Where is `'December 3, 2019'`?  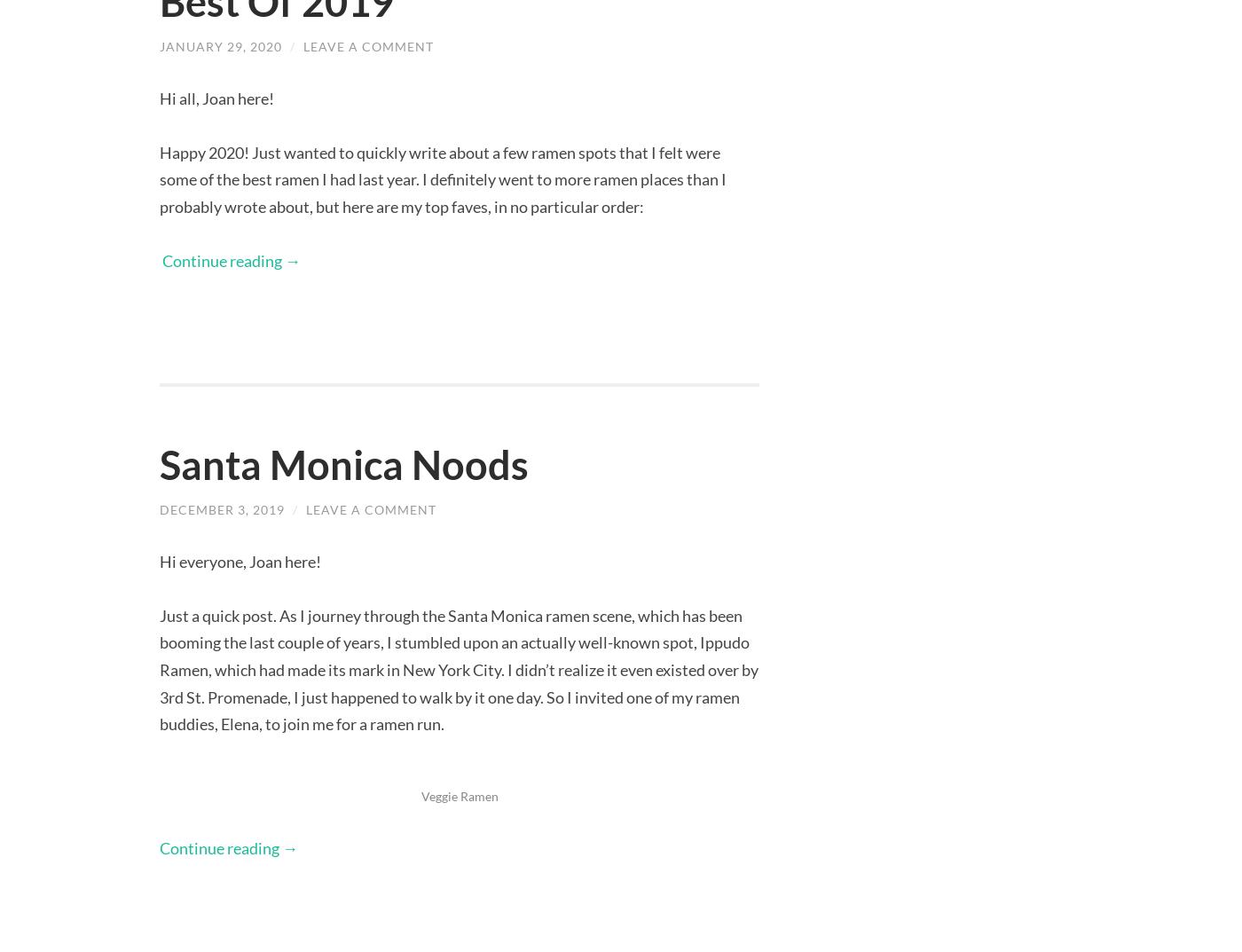
'December 3, 2019' is located at coordinates (222, 509).